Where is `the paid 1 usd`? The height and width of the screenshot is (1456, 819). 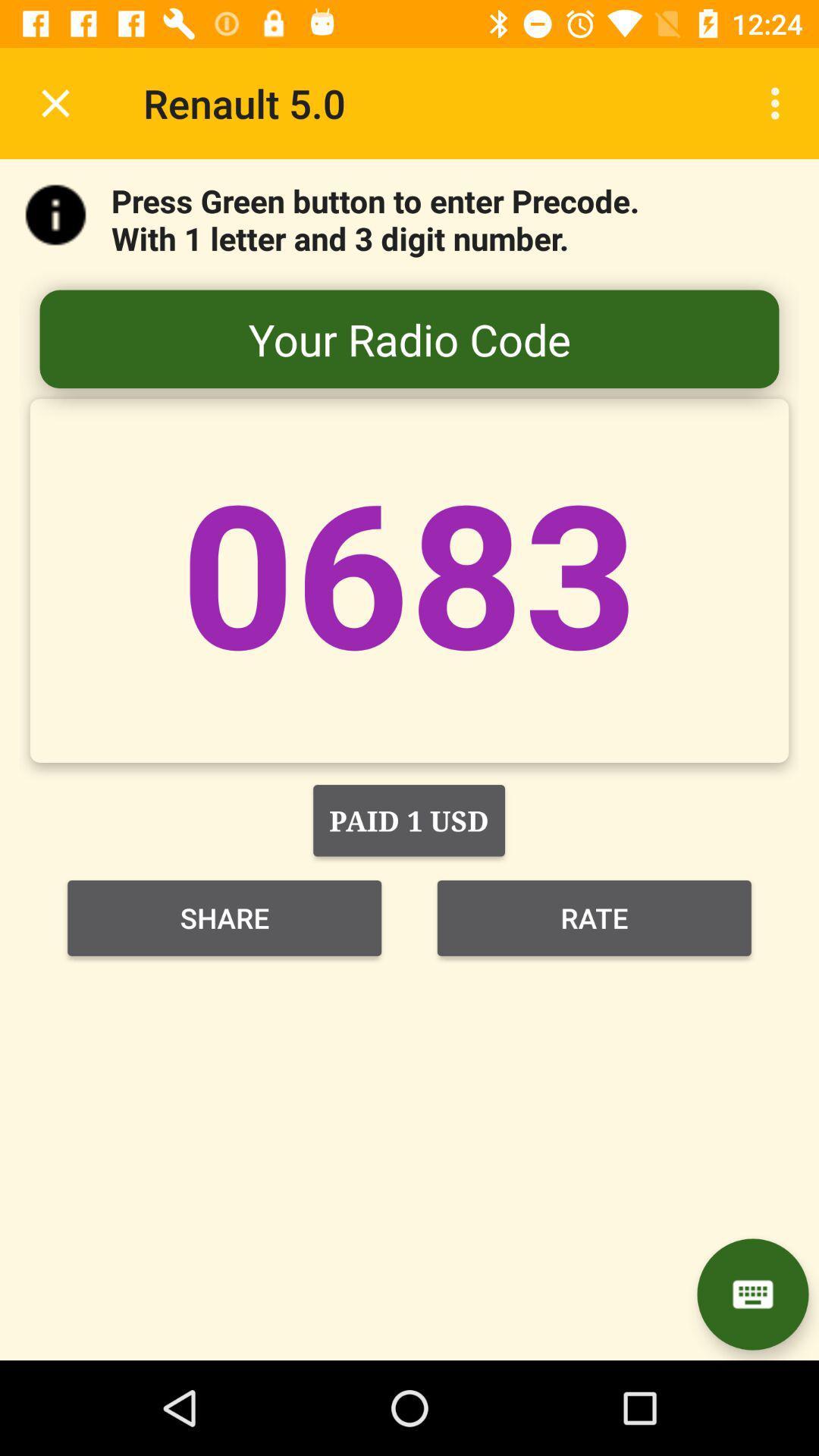
the paid 1 usd is located at coordinates (408, 820).